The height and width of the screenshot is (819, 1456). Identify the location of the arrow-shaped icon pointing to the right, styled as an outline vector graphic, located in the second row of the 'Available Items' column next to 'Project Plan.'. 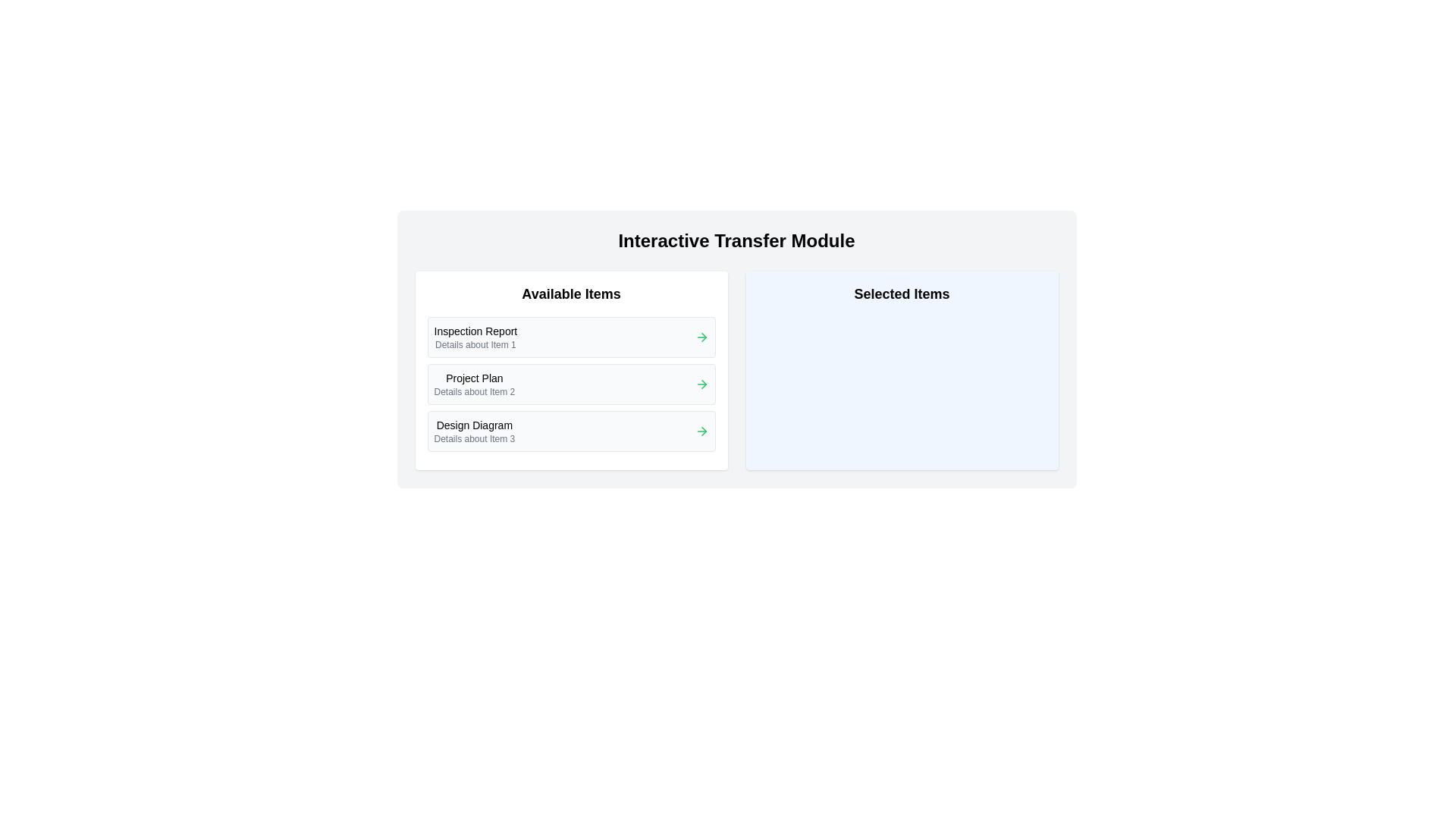
(703, 336).